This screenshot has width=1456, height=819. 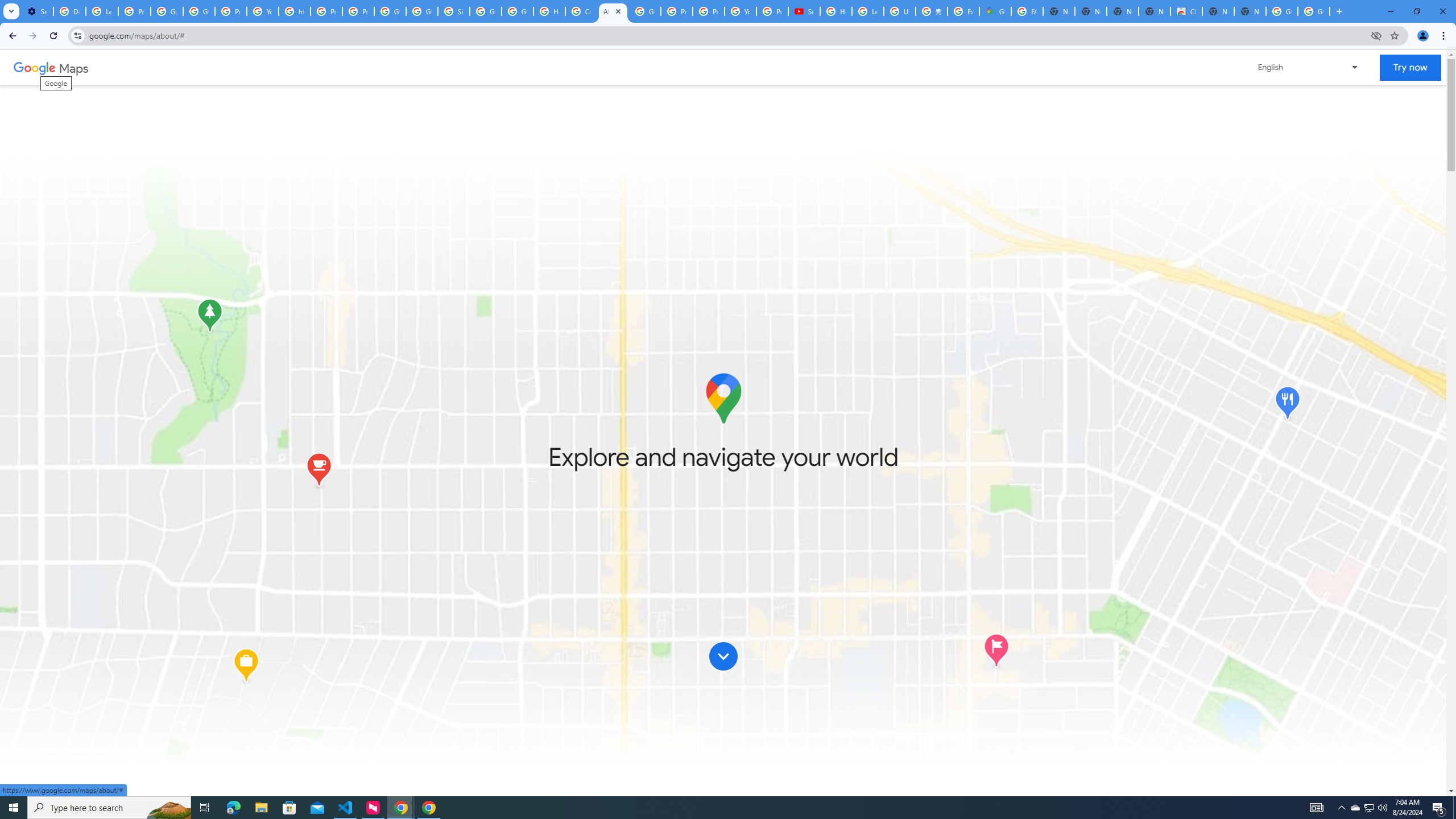 What do you see at coordinates (1250, 11) in the screenshot?
I see `'New Tab'` at bounding box center [1250, 11].